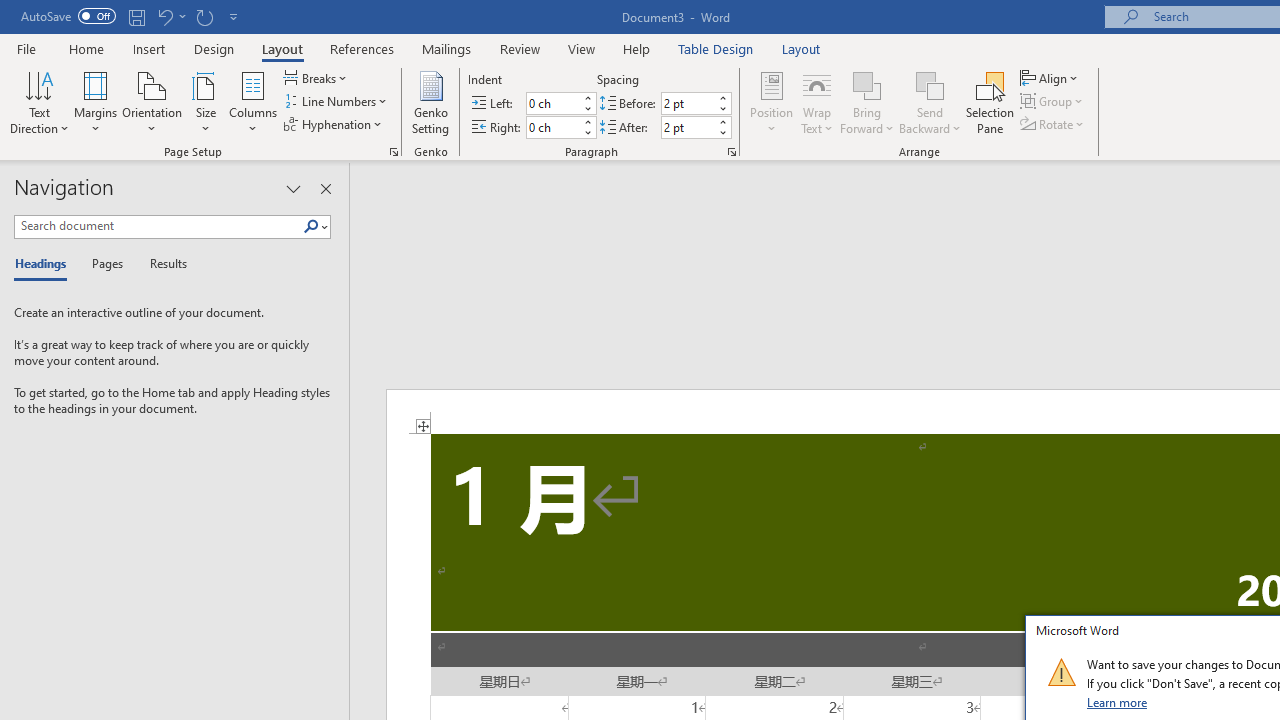 The image size is (1280, 720). What do you see at coordinates (334, 124) in the screenshot?
I see `'Hyphenation'` at bounding box center [334, 124].